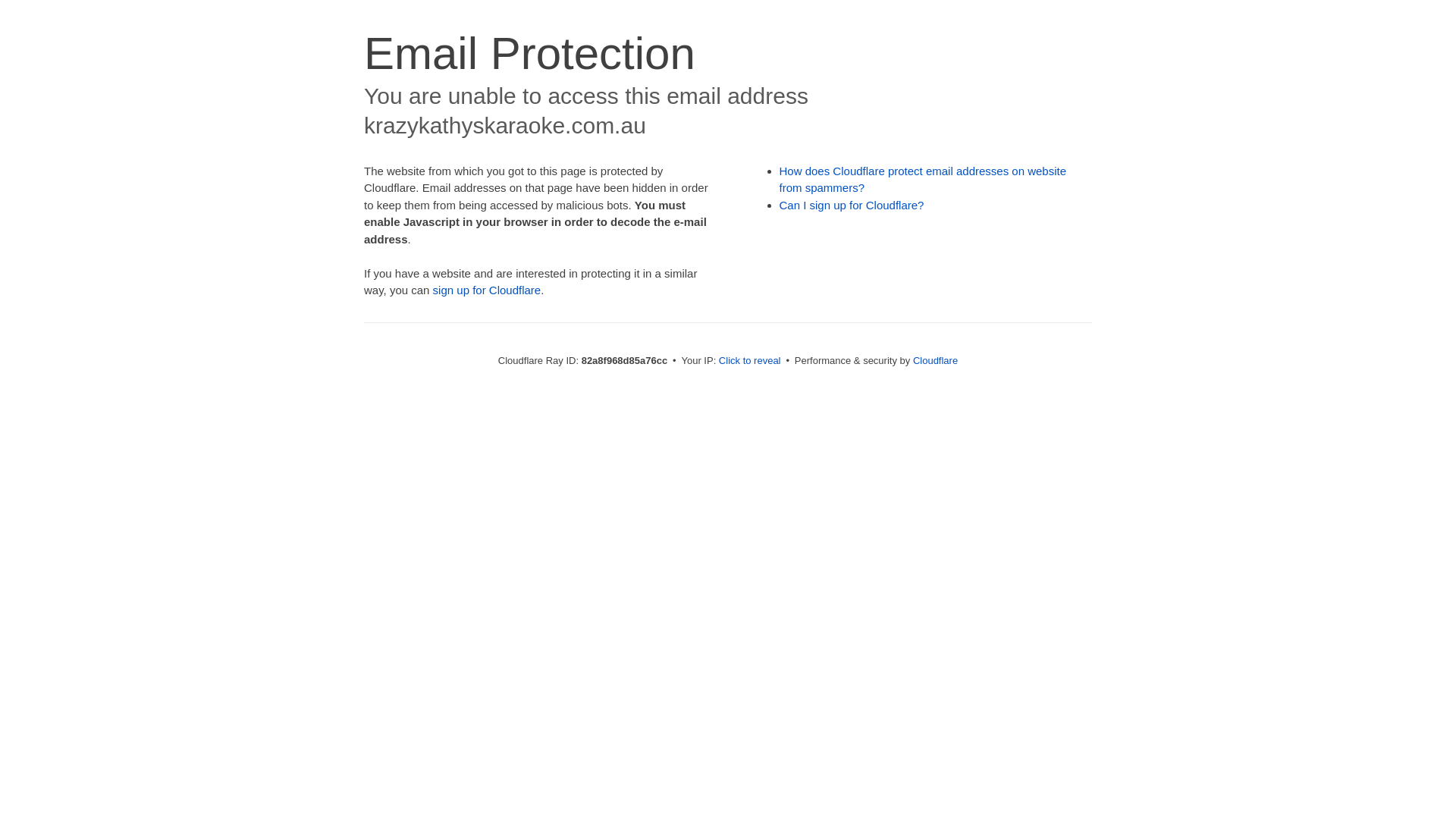 This screenshot has width=1456, height=819. What do you see at coordinates (852, 205) in the screenshot?
I see `'Can I sign up for Cloudflare?'` at bounding box center [852, 205].